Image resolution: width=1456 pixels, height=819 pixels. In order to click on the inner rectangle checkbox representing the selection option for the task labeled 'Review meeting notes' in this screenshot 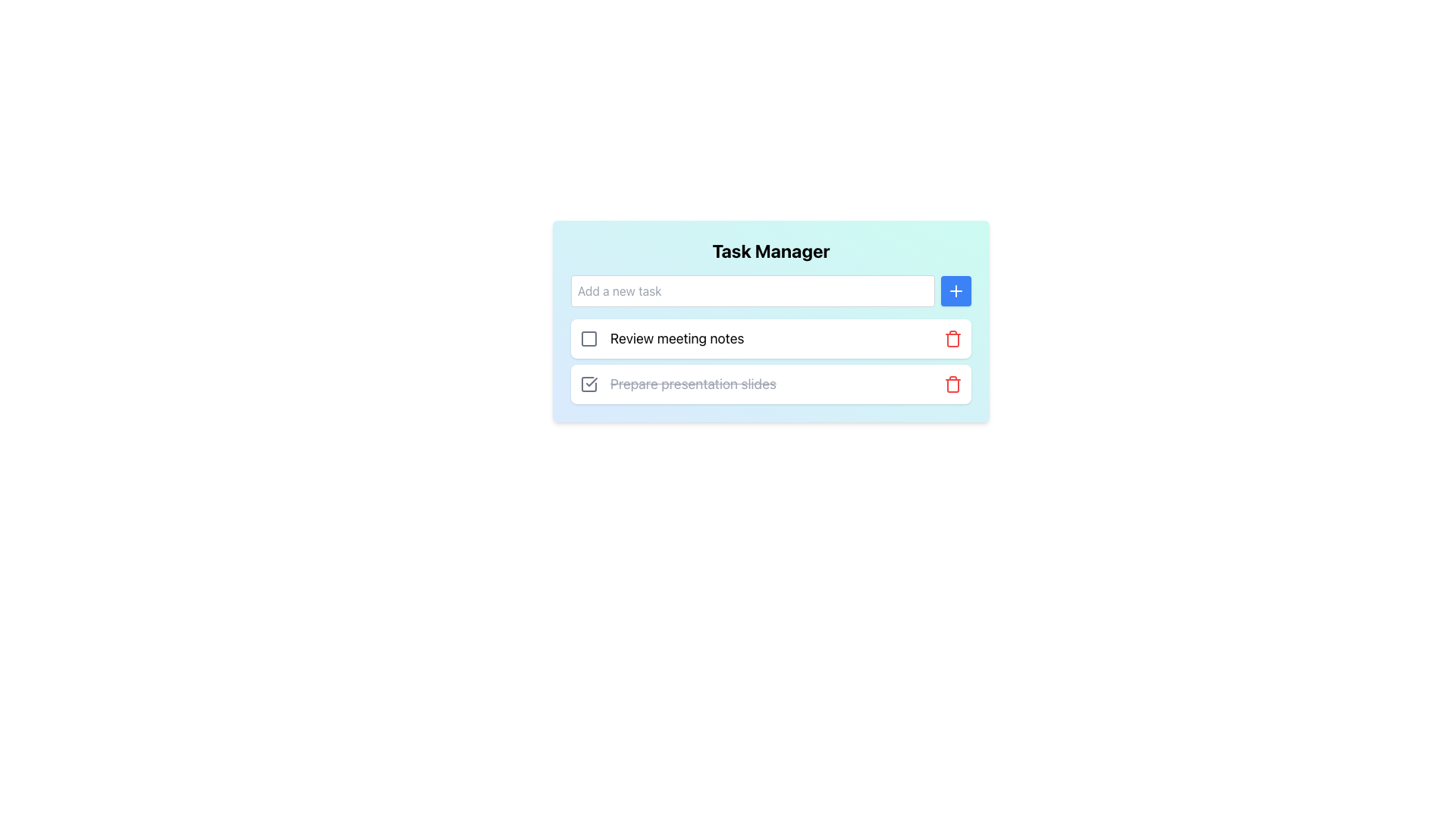, I will do `click(588, 338)`.